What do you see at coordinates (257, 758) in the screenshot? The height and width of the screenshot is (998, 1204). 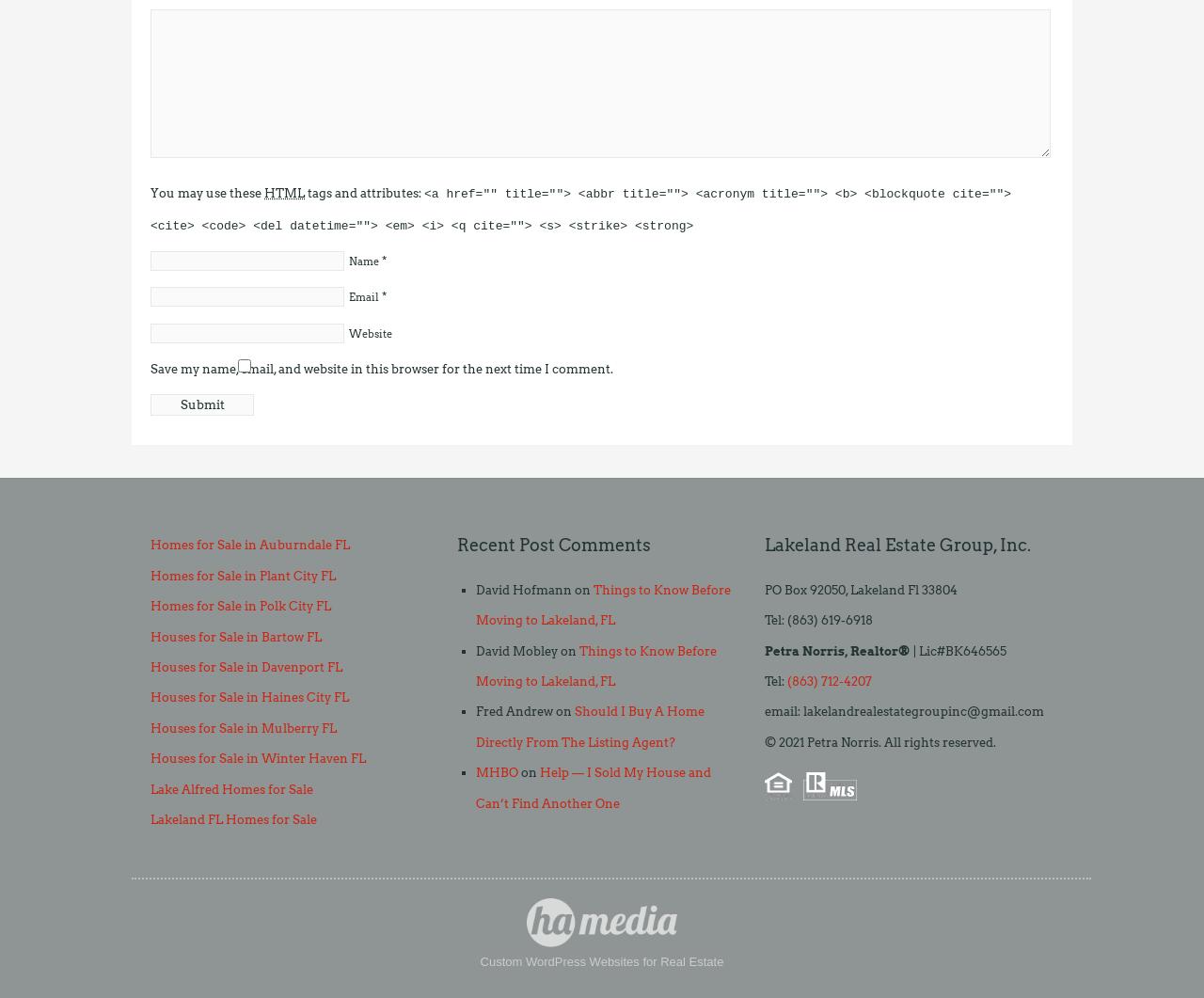 I see `'Houses for Sale in Winter Haven FL'` at bounding box center [257, 758].